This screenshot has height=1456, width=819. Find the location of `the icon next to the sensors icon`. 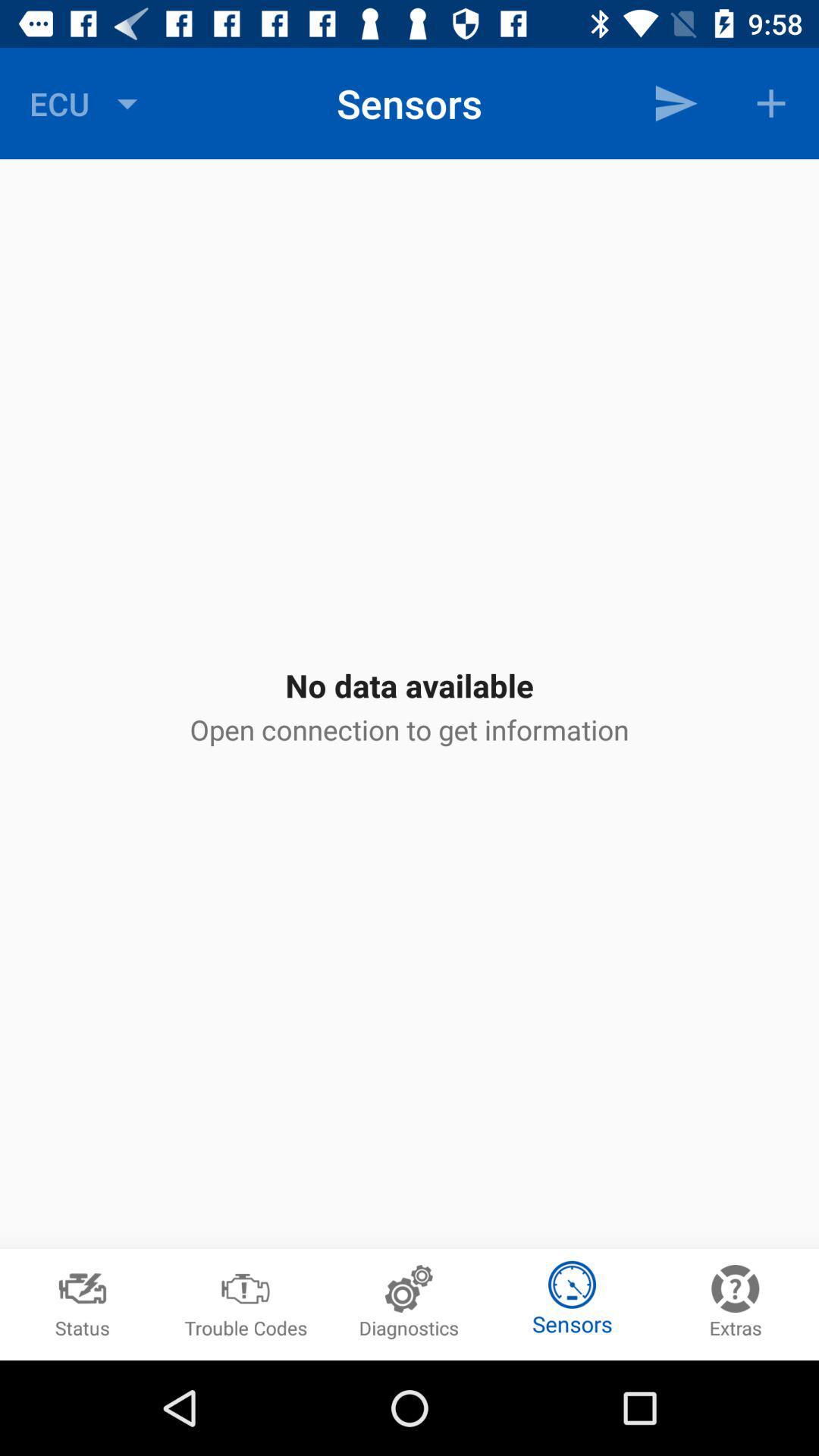

the icon next to the sensors icon is located at coordinates (87, 102).